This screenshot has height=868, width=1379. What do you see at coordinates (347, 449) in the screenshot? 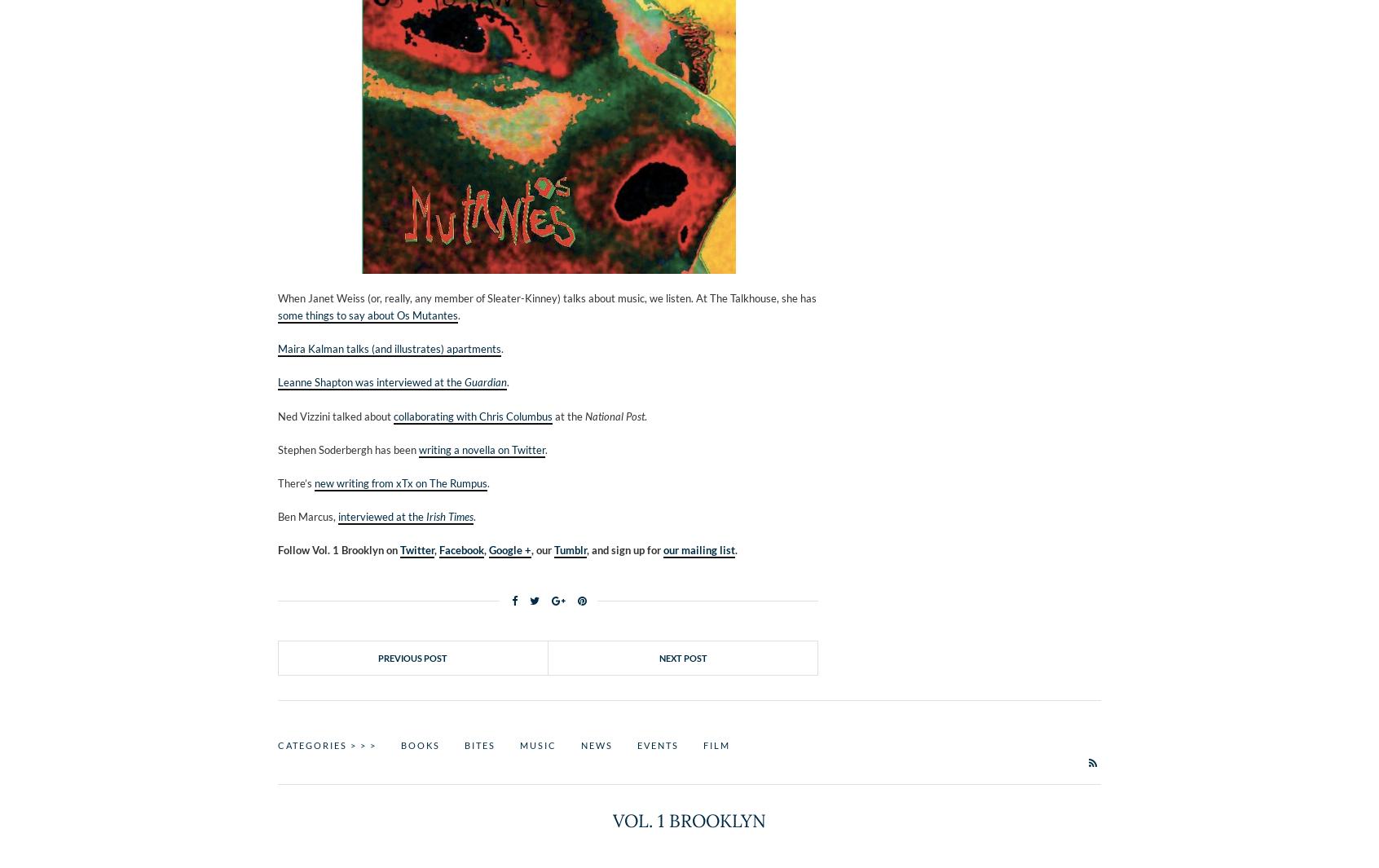
I see `'Stephen Soderbergh has been'` at bounding box center [347, 449].